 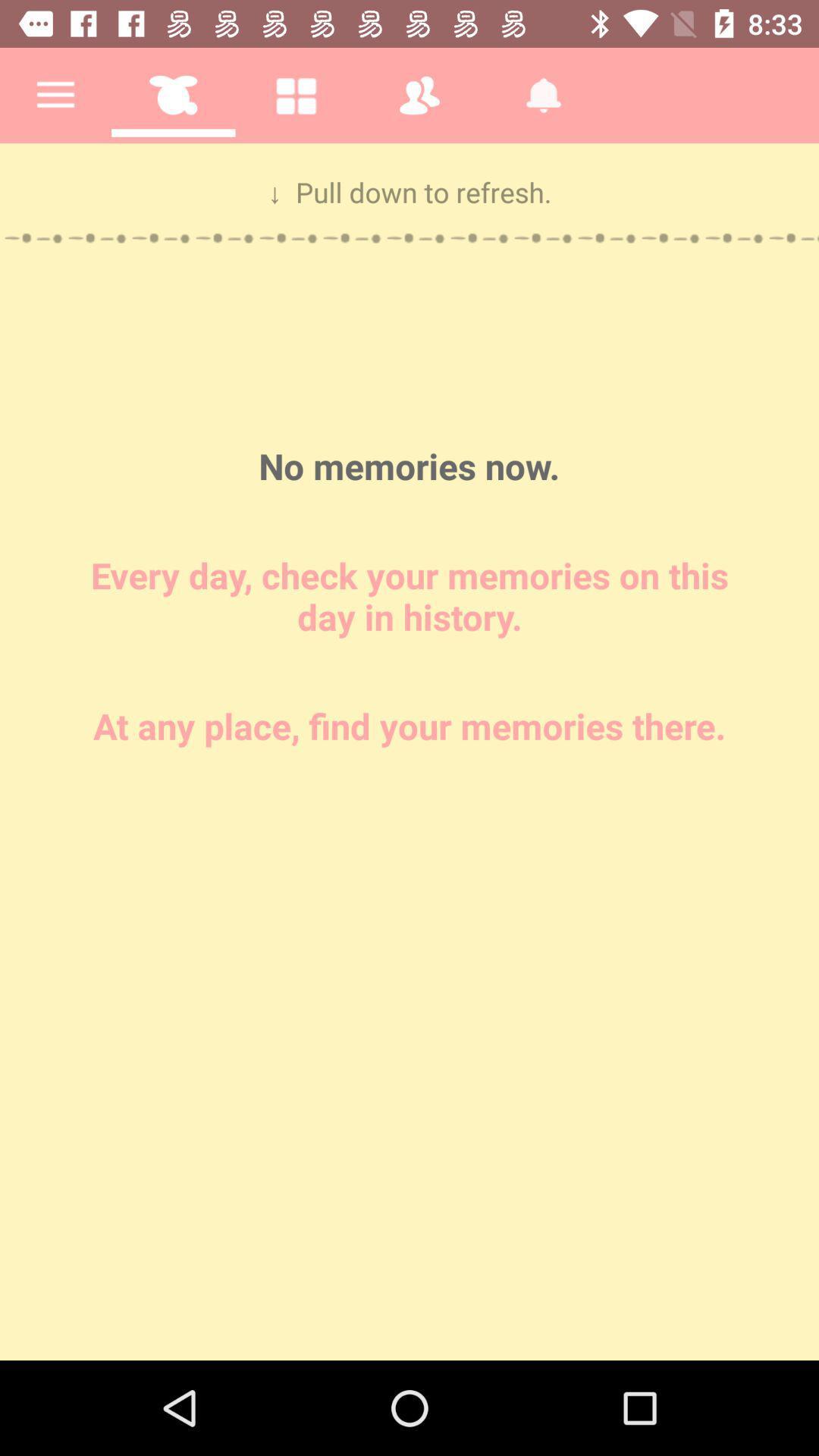 What do you see at coordinates (409, 752) in the screenshot?
I see `pull down to refresh memories` at bounding box center [409, 752].